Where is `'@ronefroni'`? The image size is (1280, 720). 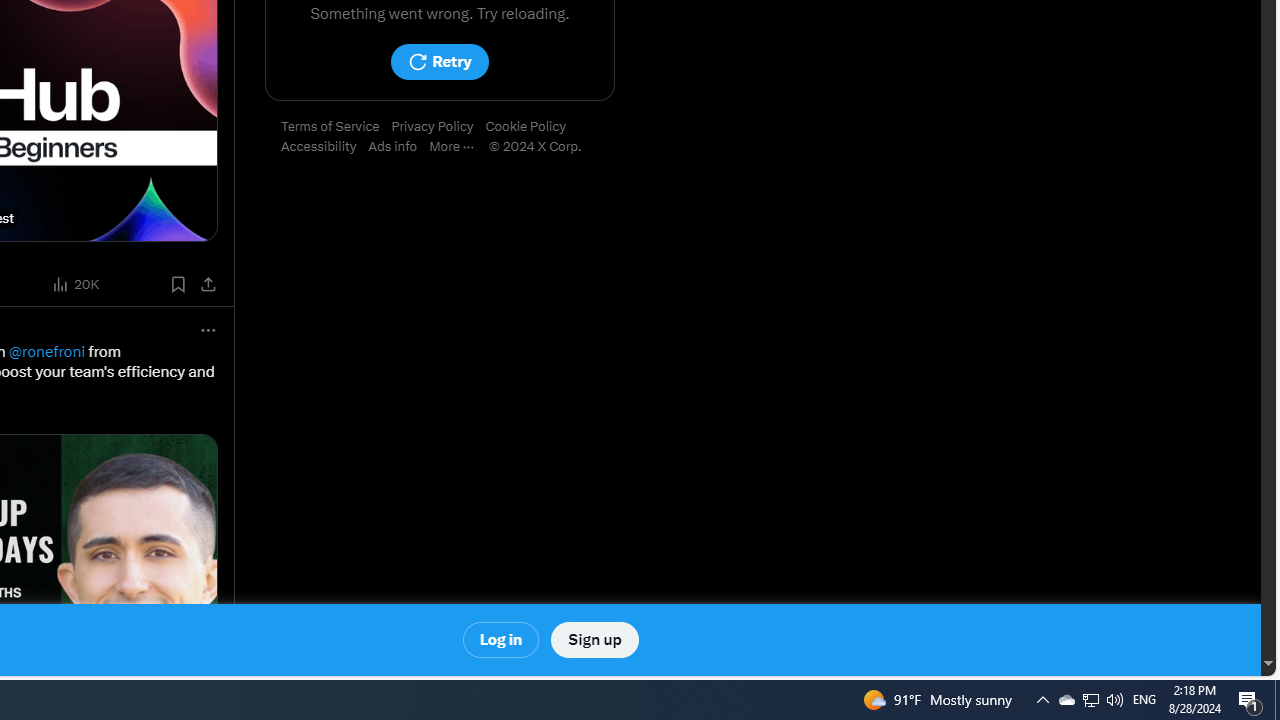 '@ronefroni' is located at coordinates (47, 350).